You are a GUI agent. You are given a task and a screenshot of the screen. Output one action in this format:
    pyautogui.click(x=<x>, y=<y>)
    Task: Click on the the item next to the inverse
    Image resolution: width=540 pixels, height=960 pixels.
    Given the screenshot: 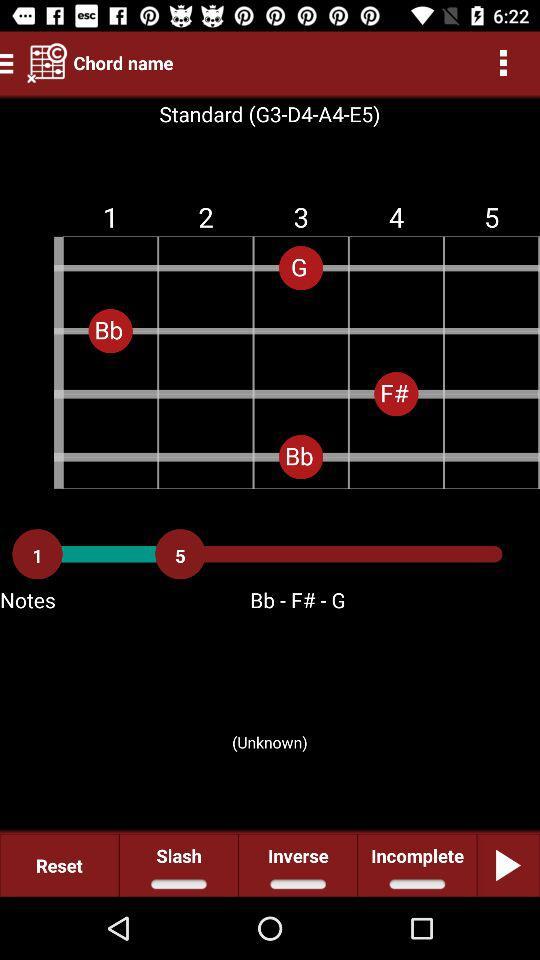 What is the action you would take?
    pyautogui.click(x=416, y=864)
    